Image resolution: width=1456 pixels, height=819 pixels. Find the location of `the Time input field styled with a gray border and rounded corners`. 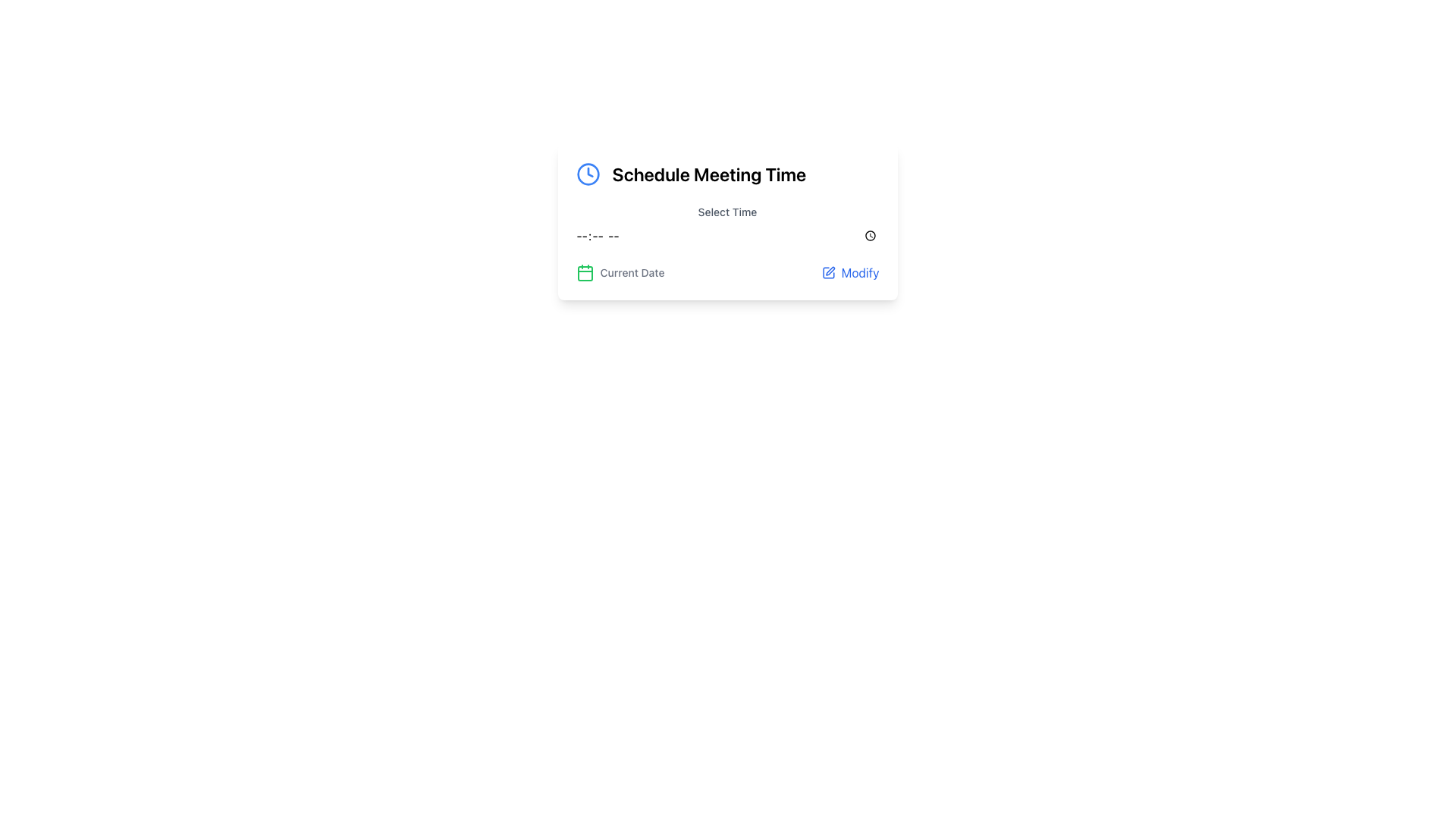

the Time input field styled with a gray border and rounded corners is located at coordinates (726, 236).